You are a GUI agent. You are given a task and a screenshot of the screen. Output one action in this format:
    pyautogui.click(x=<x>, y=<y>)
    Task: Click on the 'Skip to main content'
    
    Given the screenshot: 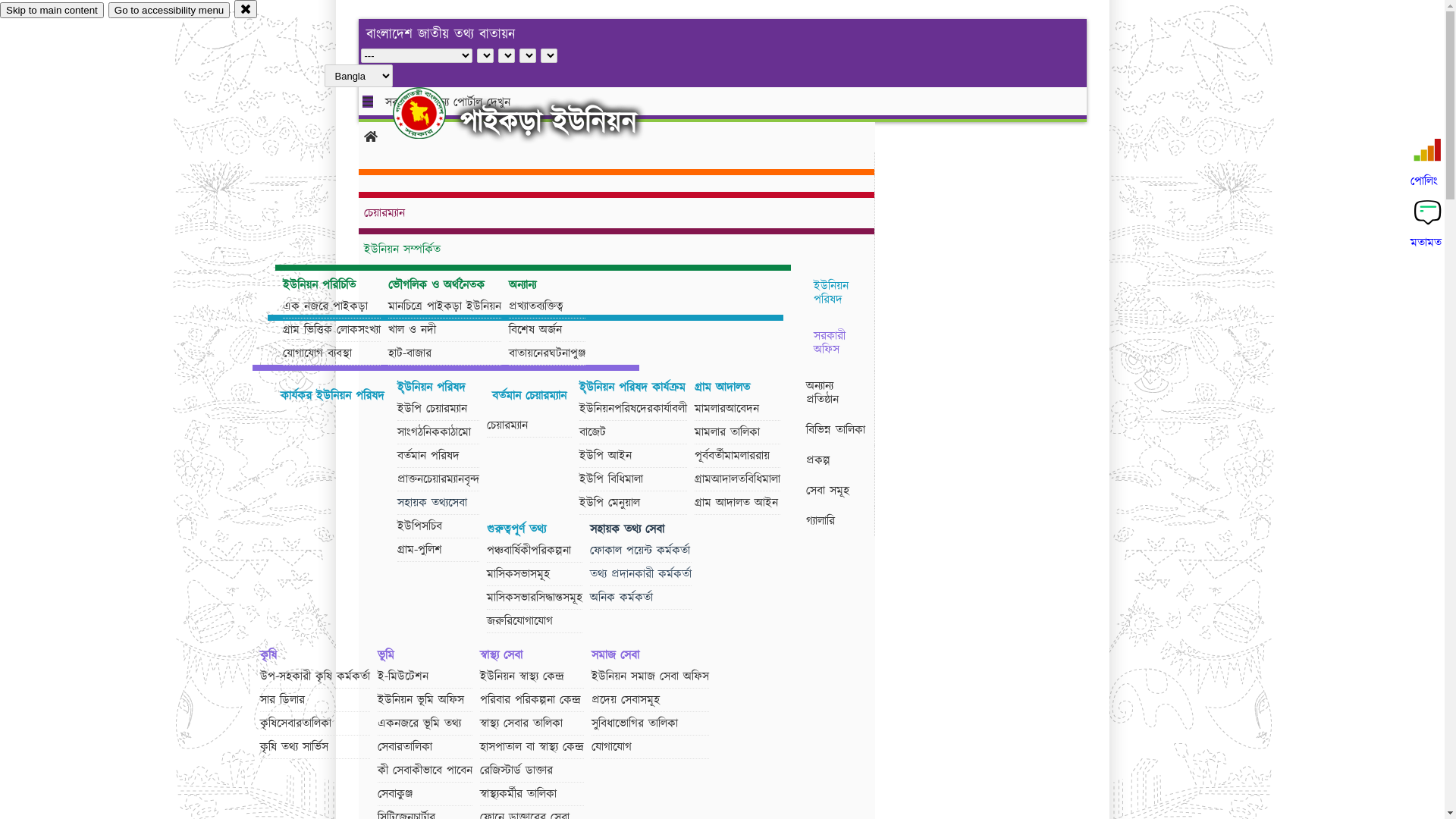 What is the action you would take?
    pyautogui.click(x=52, y=10)
    